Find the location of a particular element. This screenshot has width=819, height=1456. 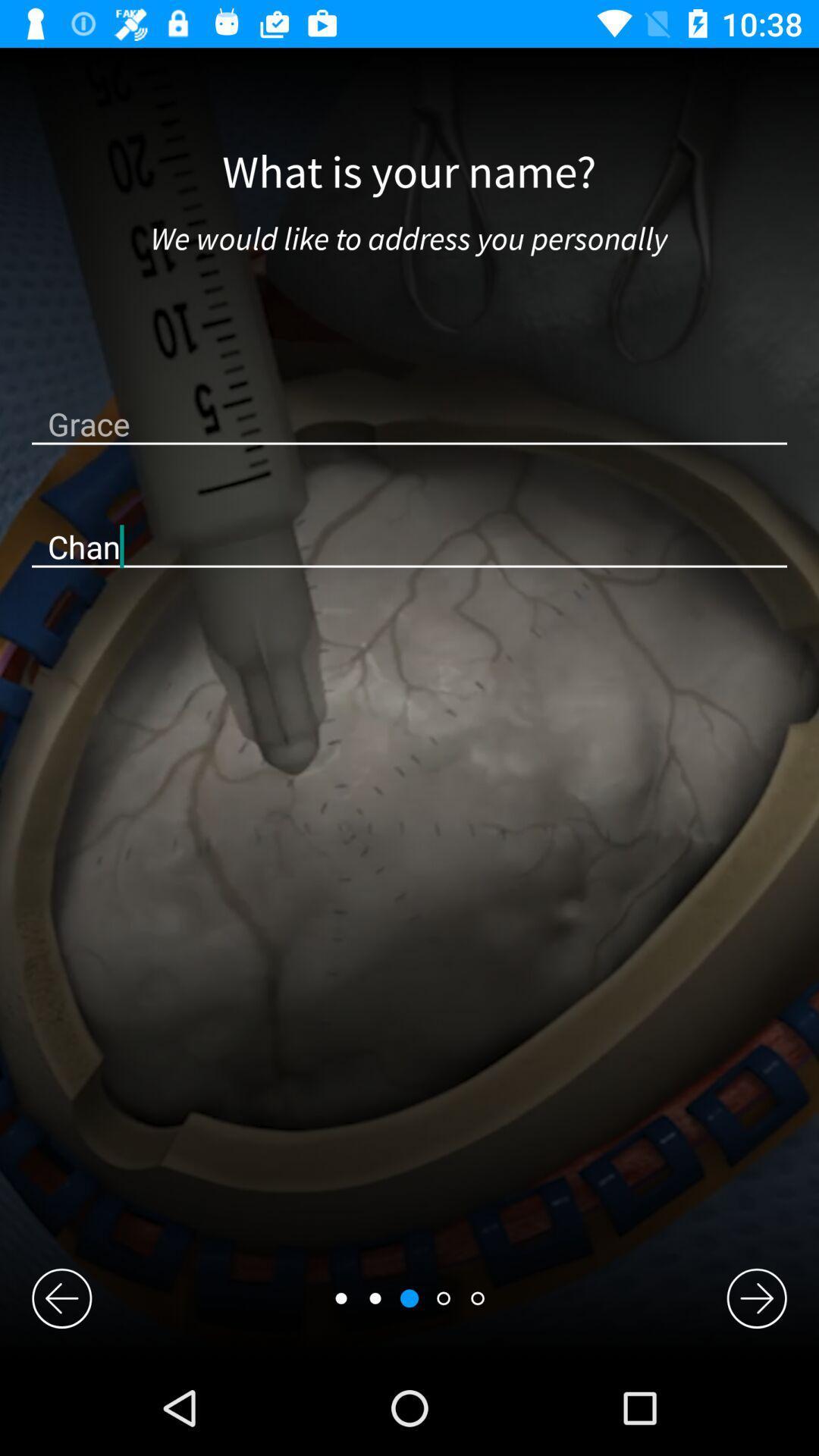

the icon below the grace icon is located at coordinates (409, 546).